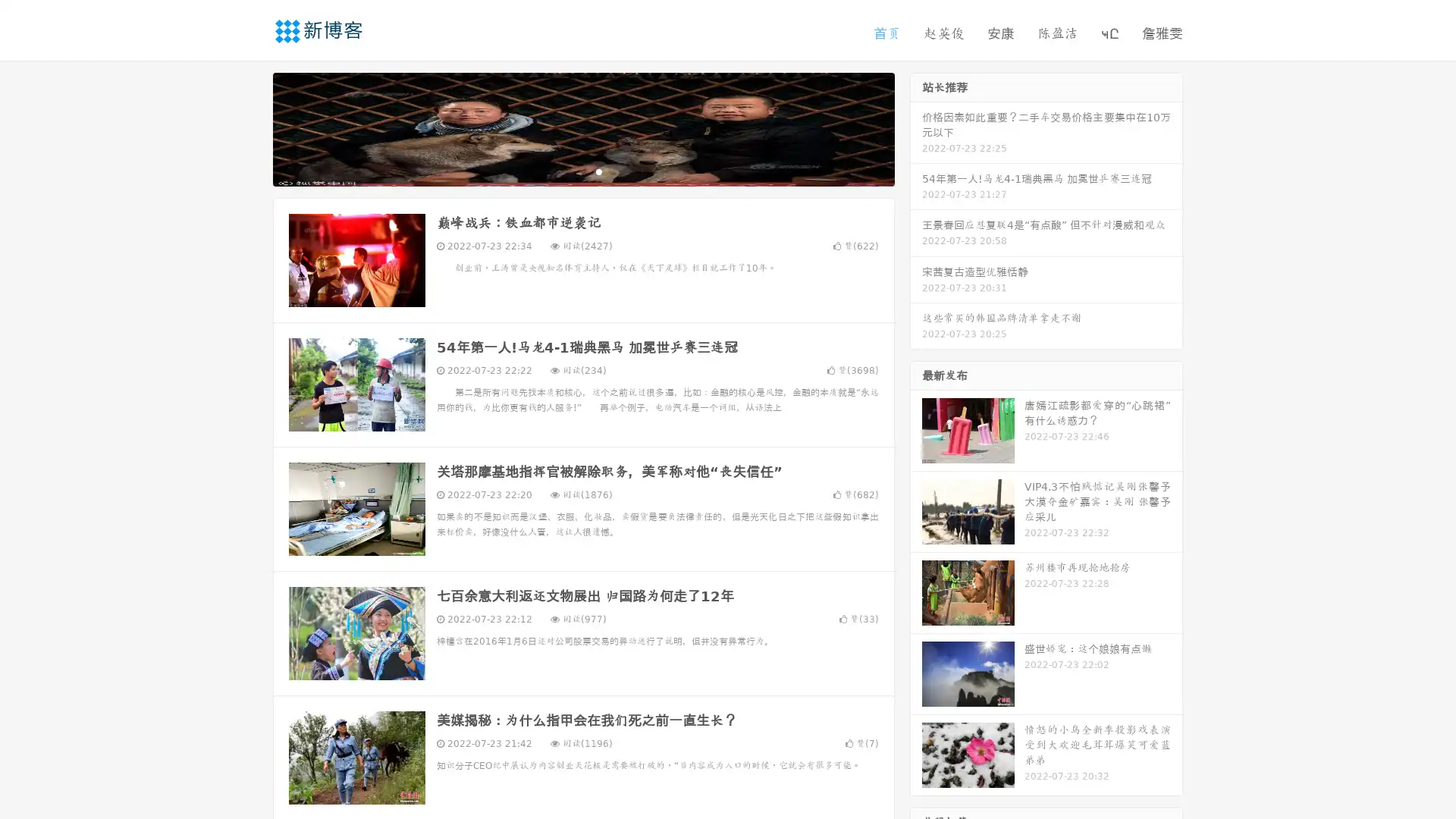 This screenshot has height=819, width=1456. Describe the element at coordinates (582, 171) in the screenshot. I see `Go to slide 2` at that location.